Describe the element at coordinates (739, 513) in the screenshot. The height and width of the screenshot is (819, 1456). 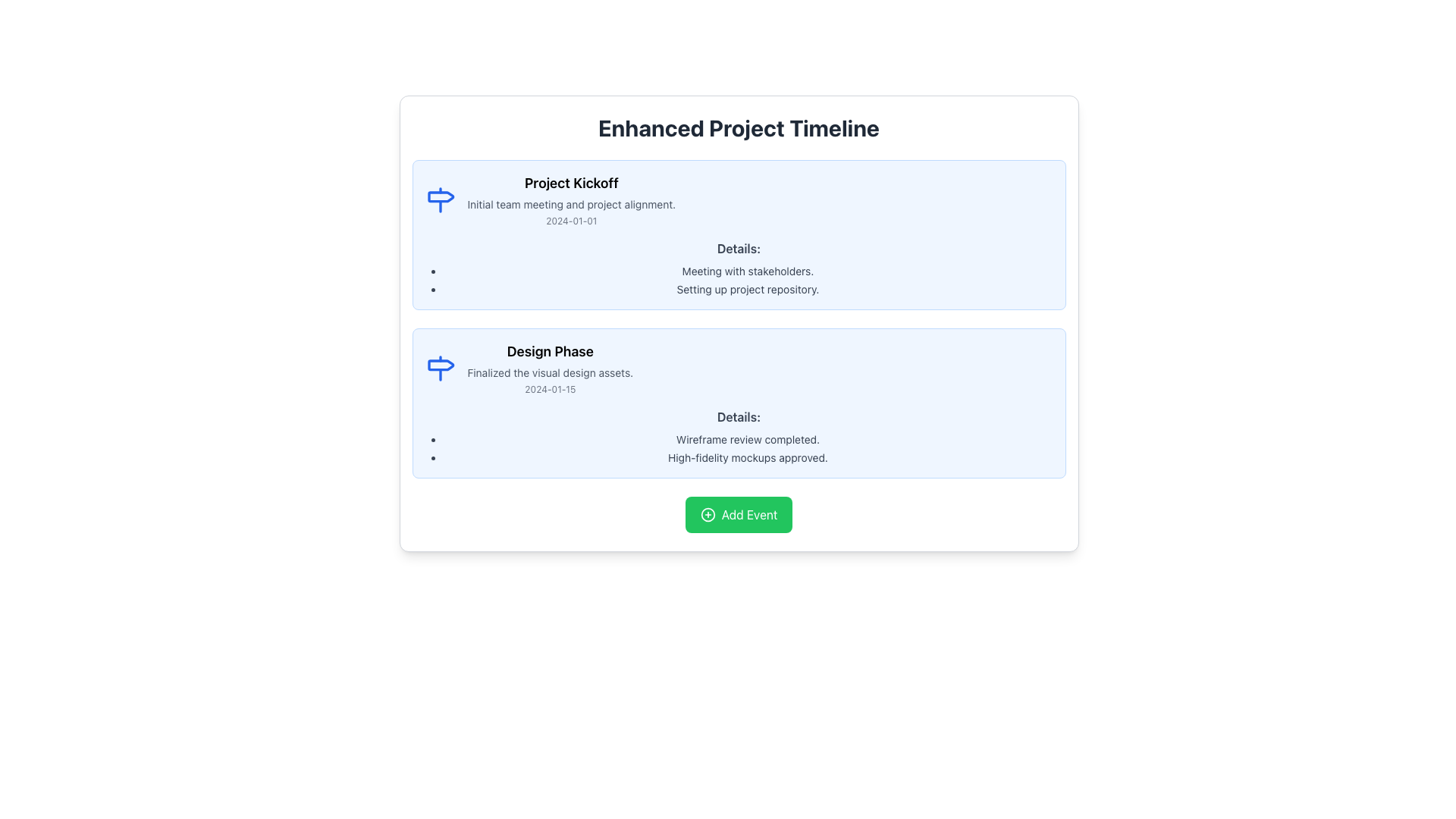
I see `the action button for adding a new event to the timeline, located below the 'Design Phase' details` at that location.